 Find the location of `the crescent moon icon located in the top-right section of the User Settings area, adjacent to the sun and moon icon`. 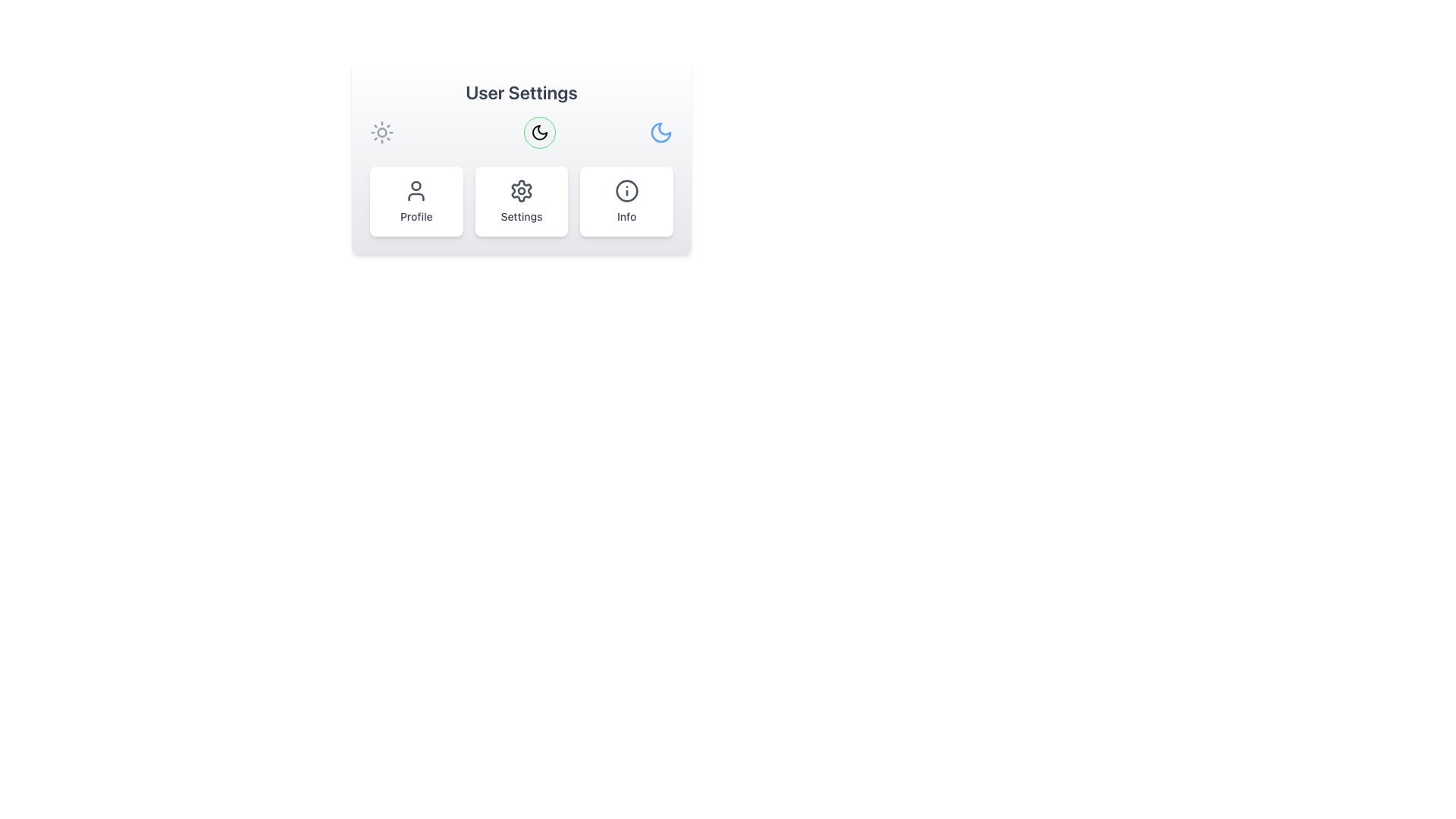

the crescent moon icon located in the top-right section of the User Settings area, adjacent to the sun and moon icon is located at coordinates (539, 131).